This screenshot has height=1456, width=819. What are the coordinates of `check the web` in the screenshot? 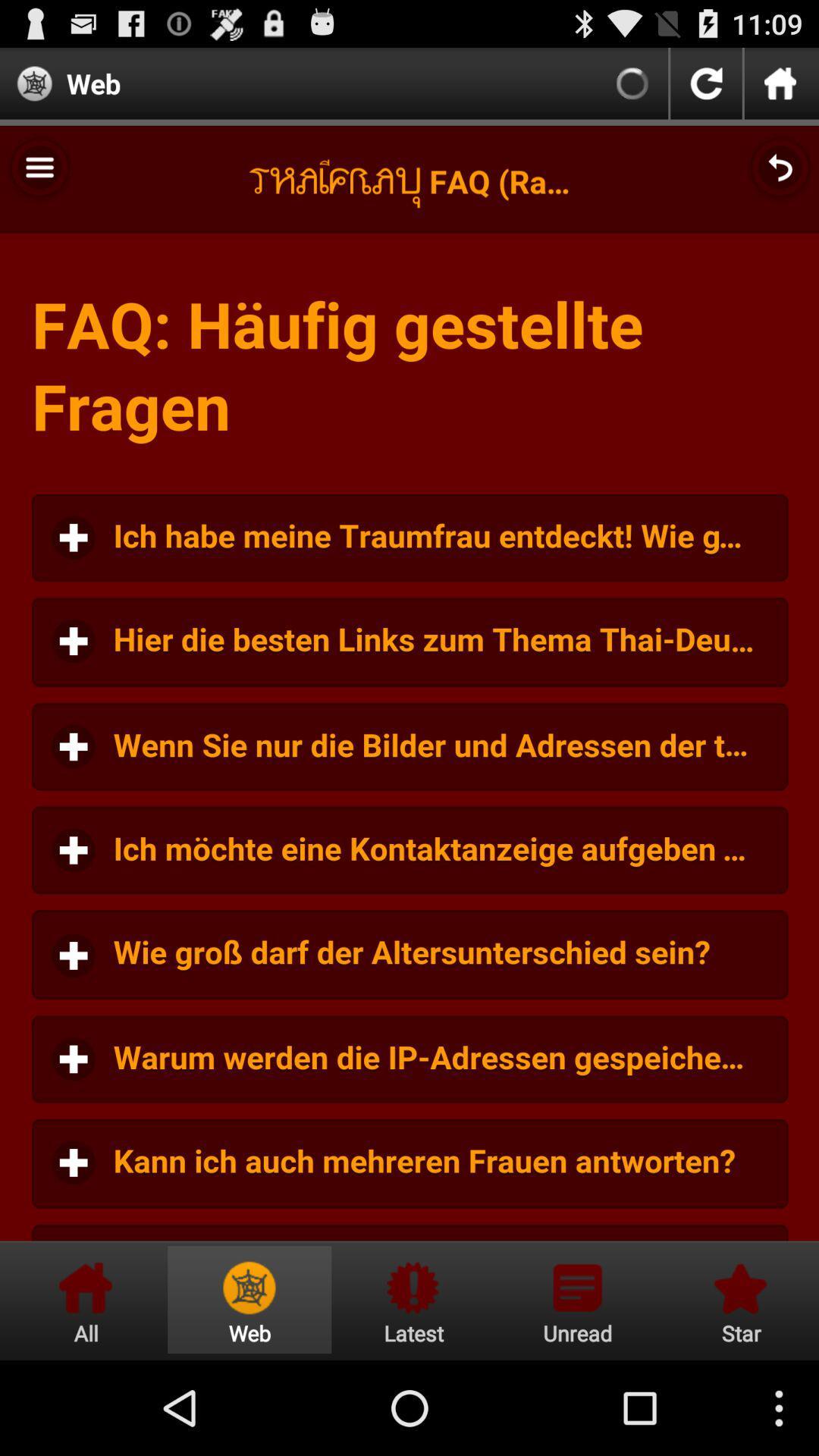 It's located at (249, 1299).